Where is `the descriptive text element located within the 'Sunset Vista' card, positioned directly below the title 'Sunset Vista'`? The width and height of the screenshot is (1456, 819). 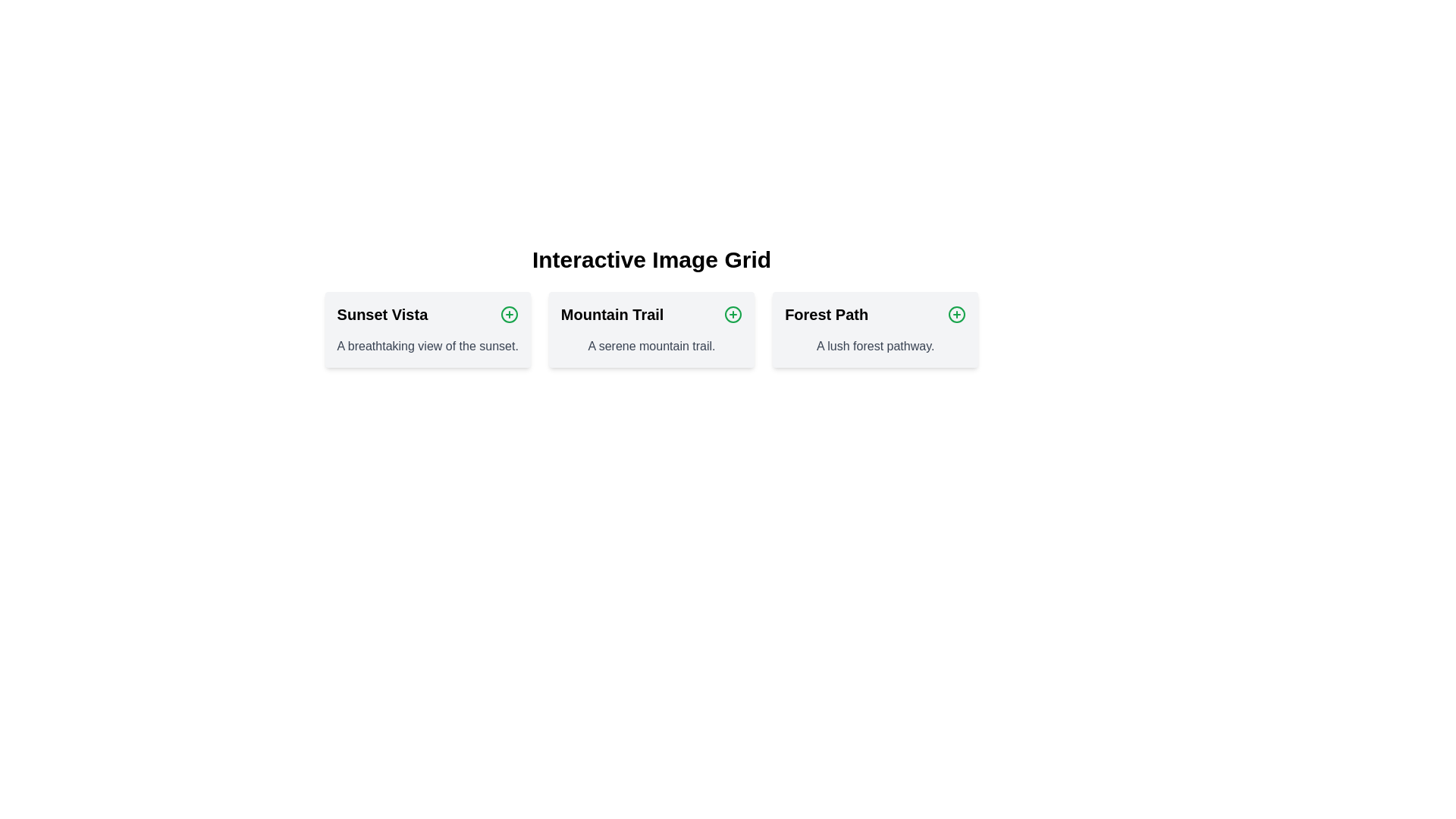
the descriptive text element located within the 'Sunset Vista' card, positioned directly below the title 'Sunset Vista' is located at coordinates (427, 346).